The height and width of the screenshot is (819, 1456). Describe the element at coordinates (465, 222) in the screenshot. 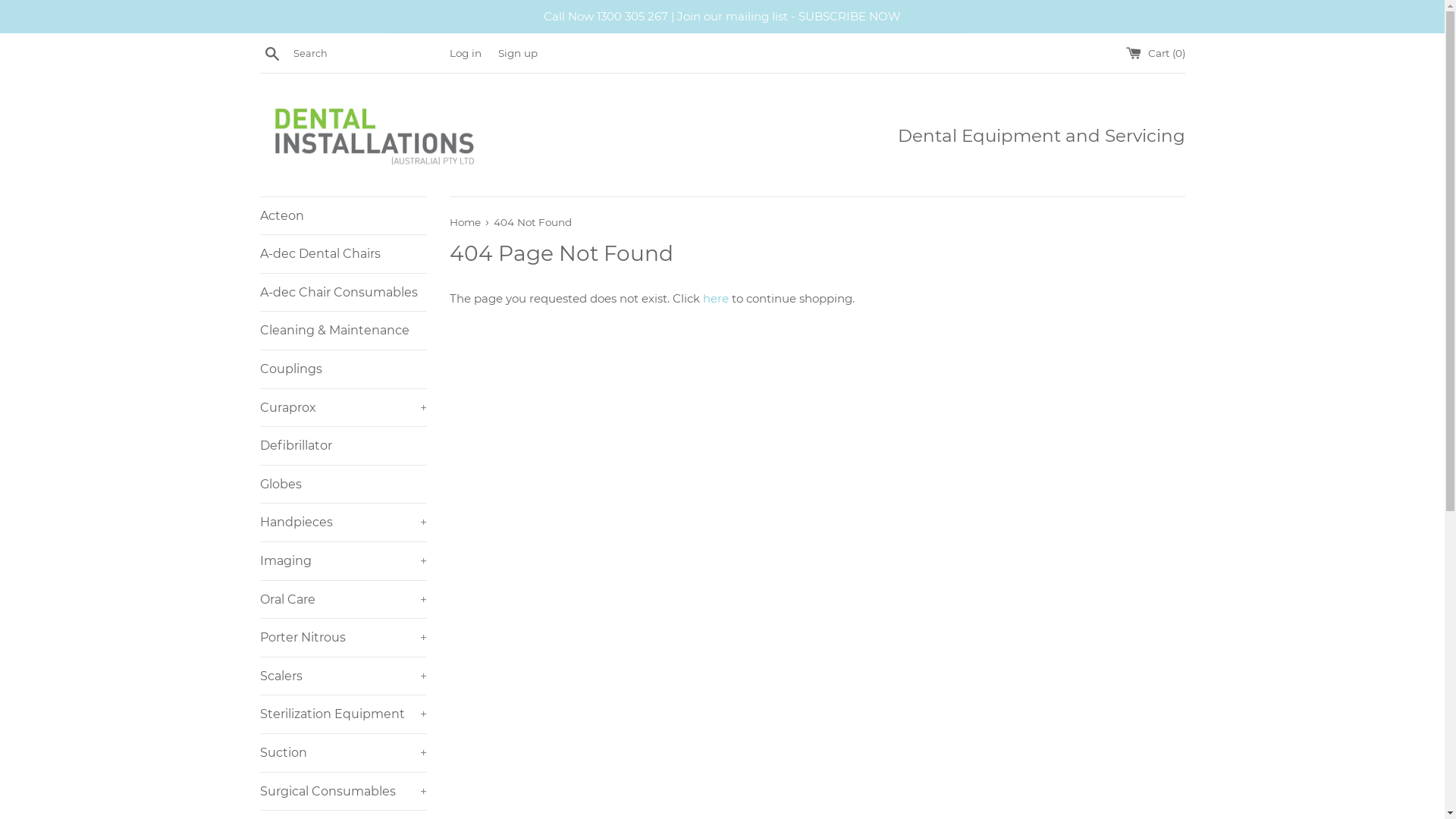

I see `'Home'` at that location.